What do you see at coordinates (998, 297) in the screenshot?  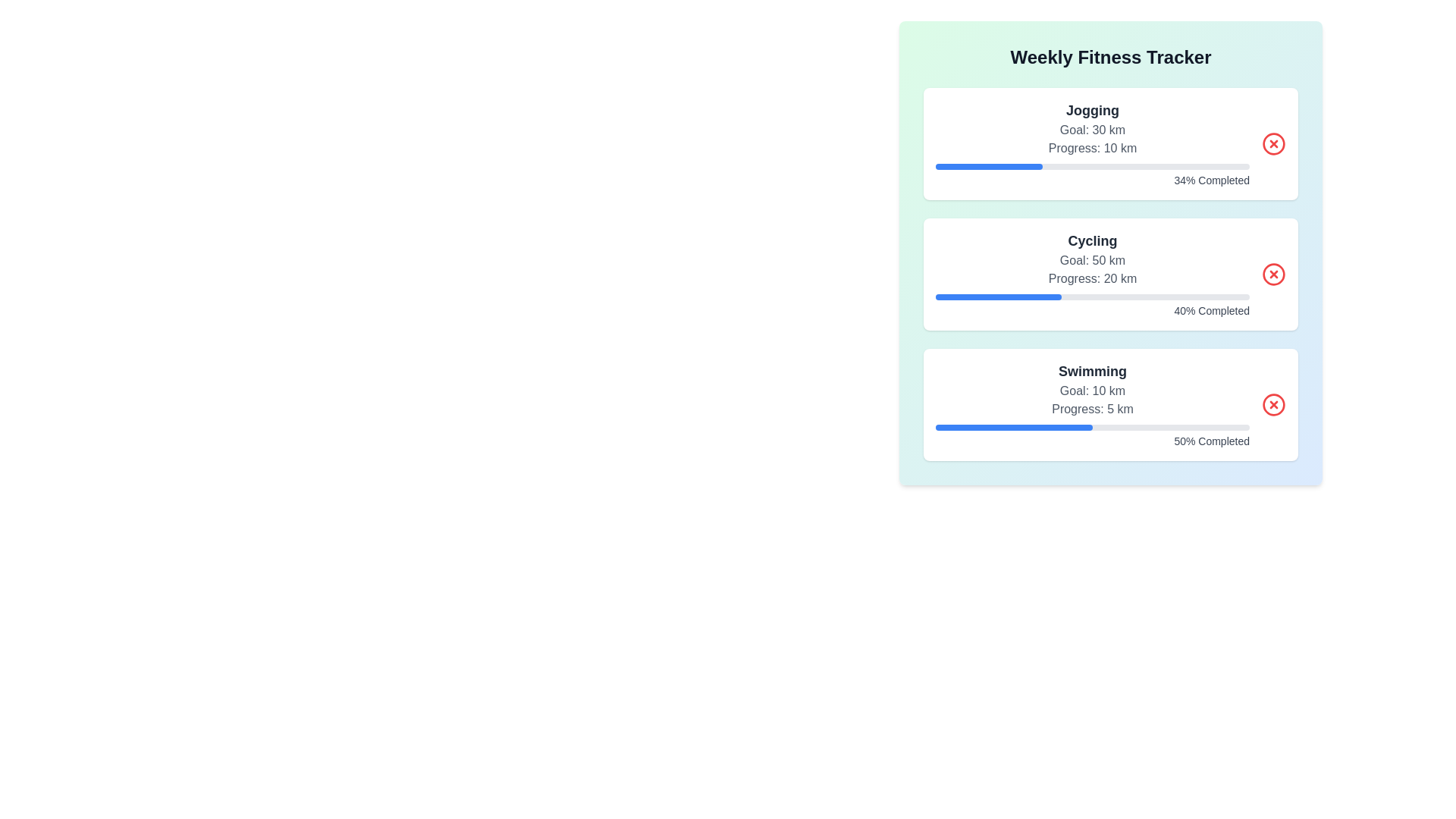 I see `the blue filled segment of the progress bar representing the completion percentage of the 'Cycling' activity, which is centrally located within the gray progress bar` at bounding box center [998, 297].